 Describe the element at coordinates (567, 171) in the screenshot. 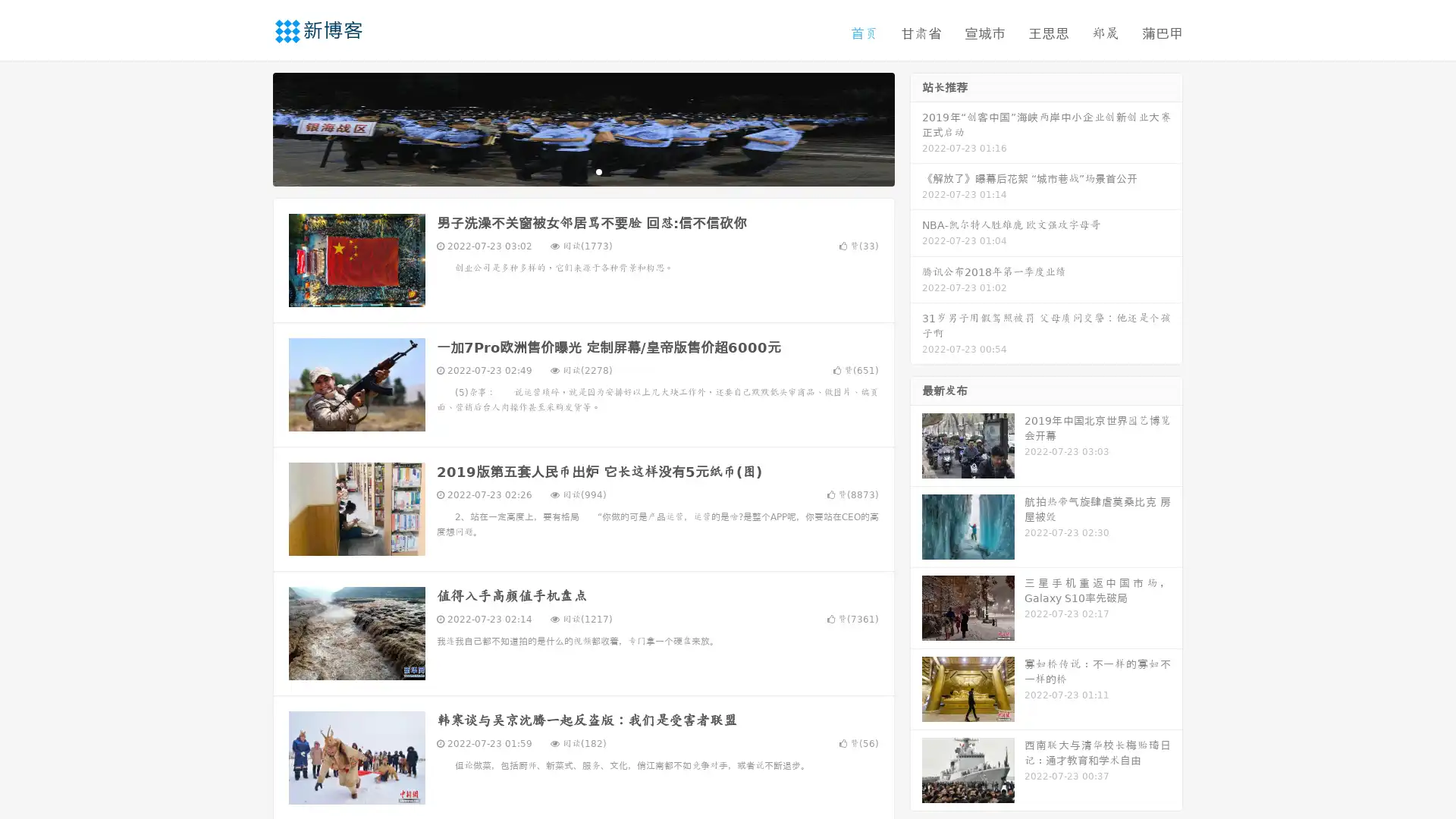

I see `Go to slide 1` at that location.